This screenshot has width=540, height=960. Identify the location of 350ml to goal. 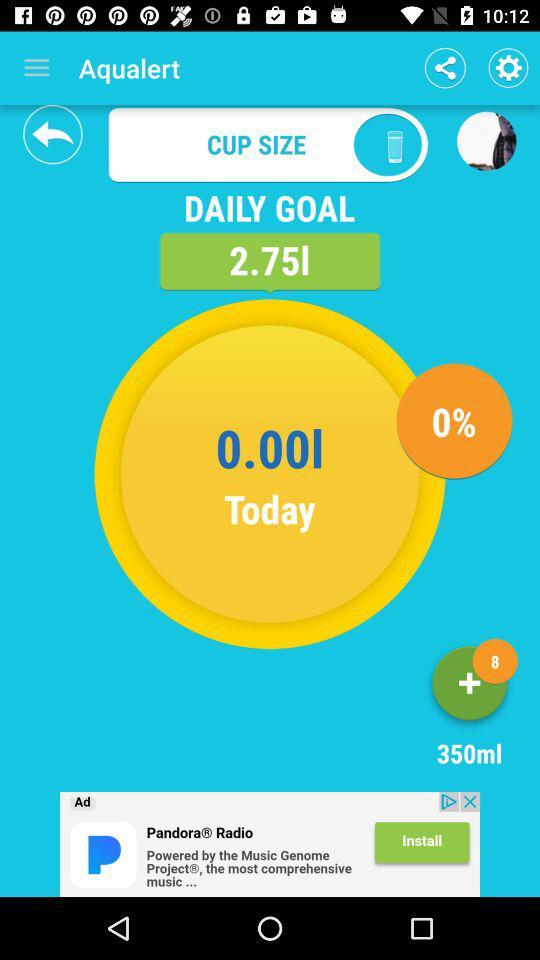
(469, 687).